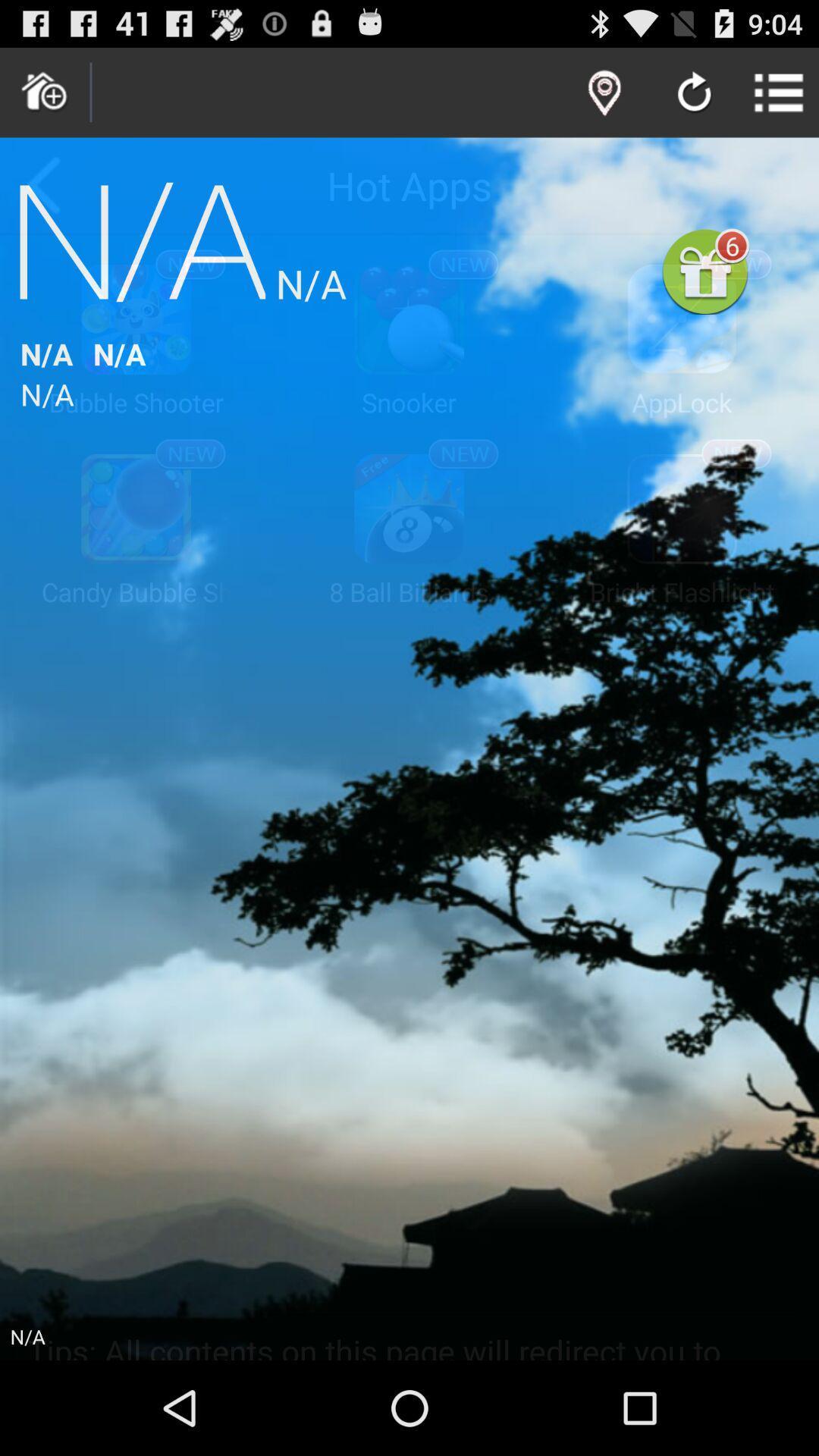 This screenshot has width=819, height=1456. Describe the element at coordinates (604, 92) in the screenshot. I see `map` at that location.